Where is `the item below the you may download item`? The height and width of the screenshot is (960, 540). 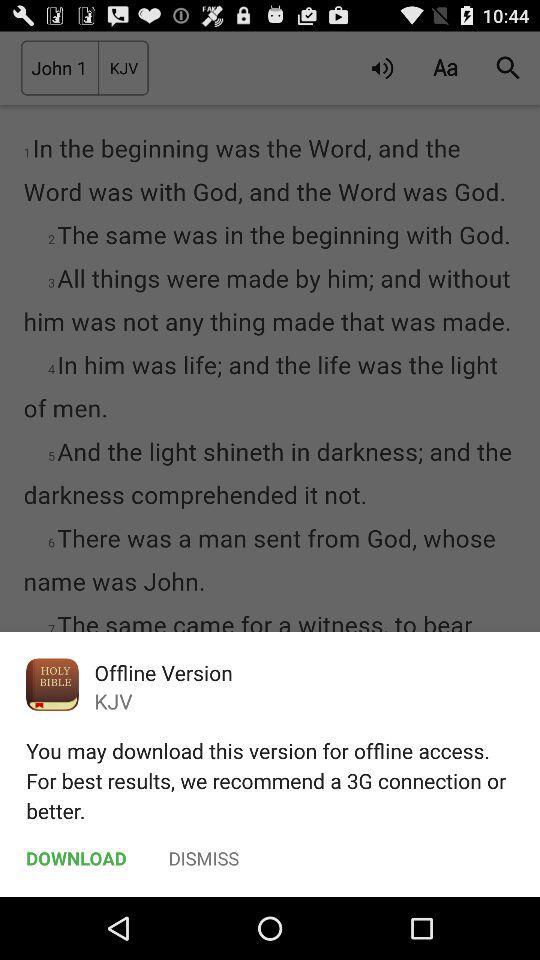 the item below the you may download item is located at coordinates (203, 857).